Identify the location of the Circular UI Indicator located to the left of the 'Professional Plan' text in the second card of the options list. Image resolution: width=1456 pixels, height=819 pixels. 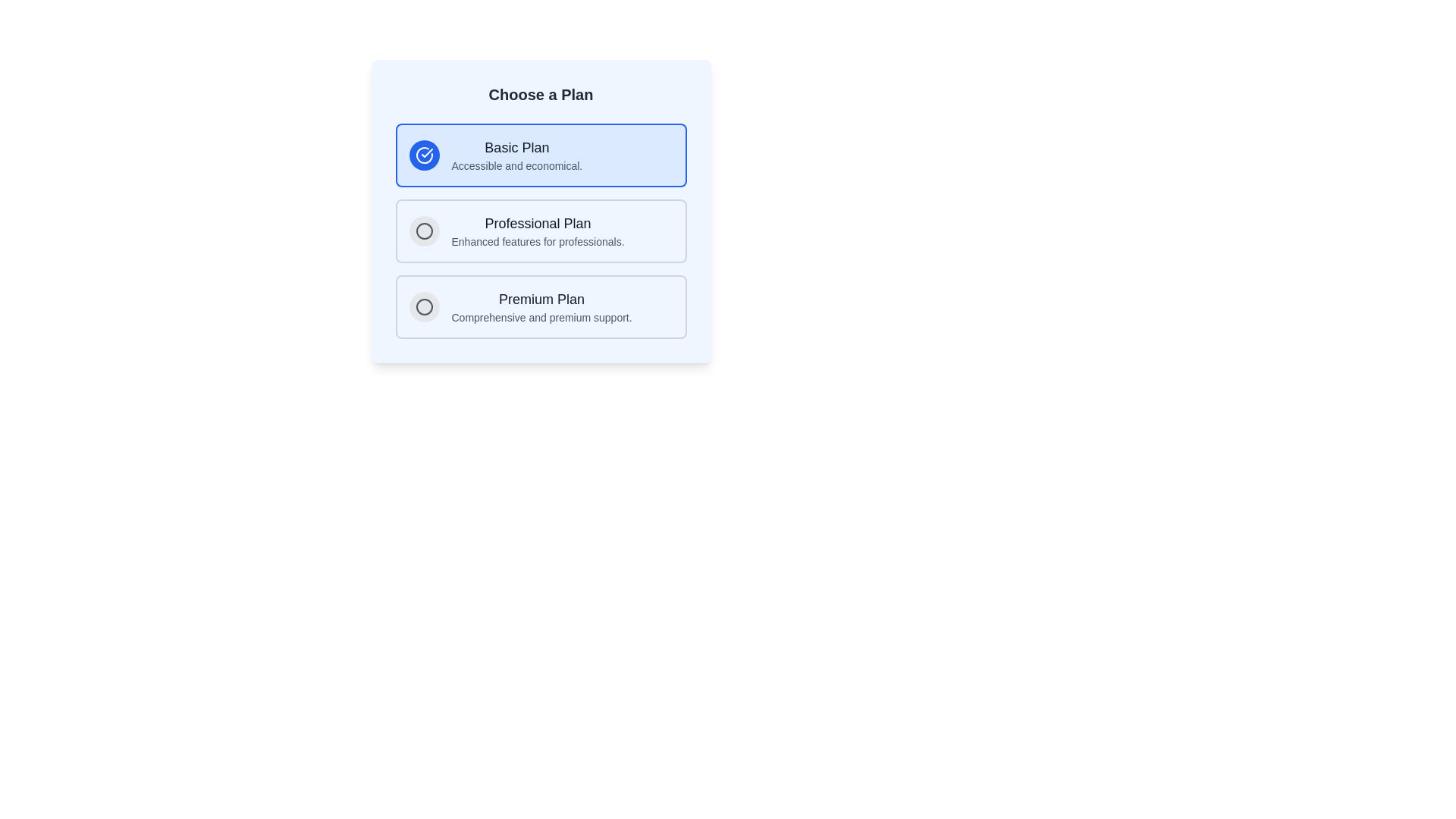
(424, 231).